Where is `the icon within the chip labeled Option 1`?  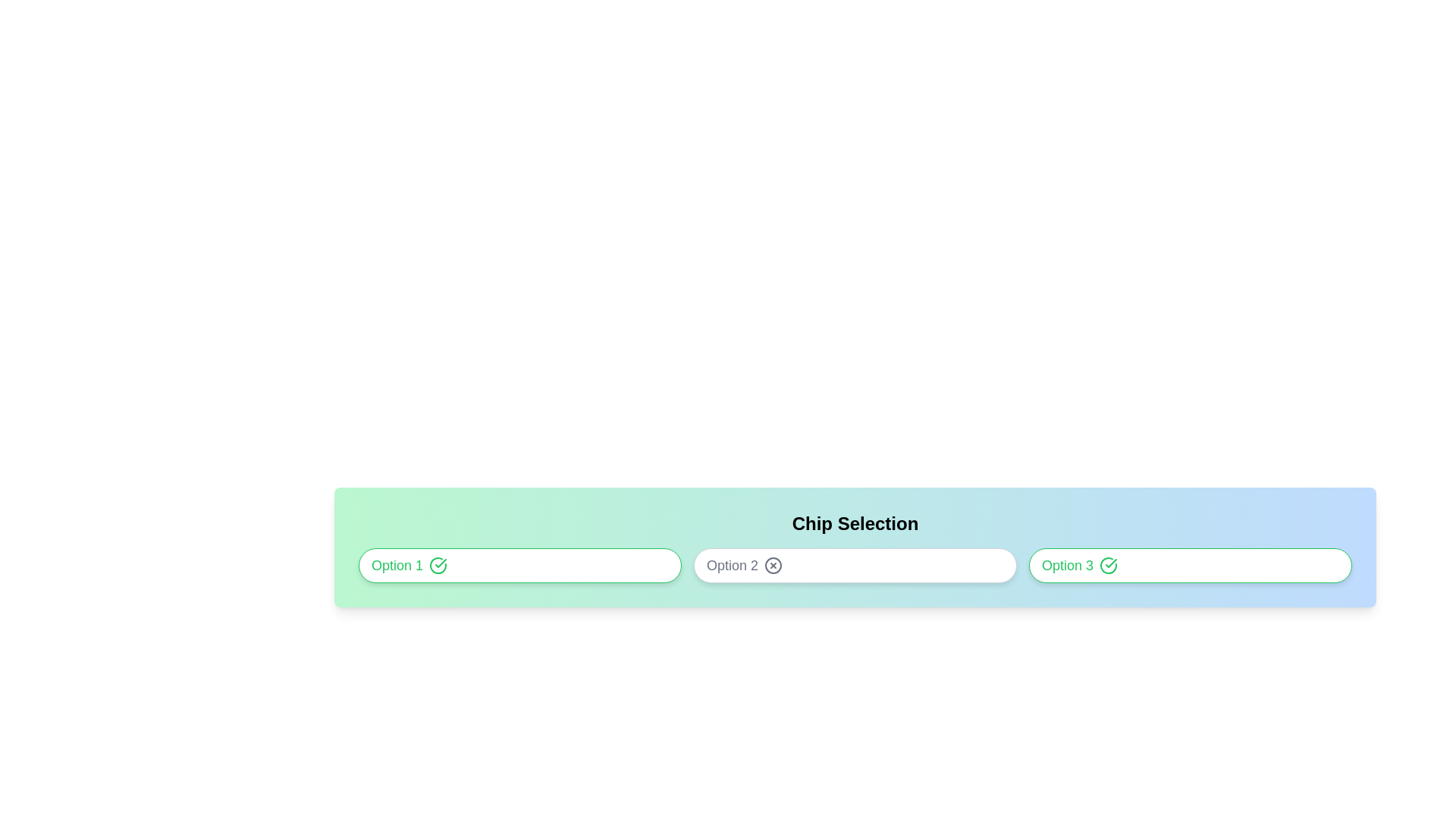
the icon within the chip labeled Option 1 is located at coordinates (438, 565).